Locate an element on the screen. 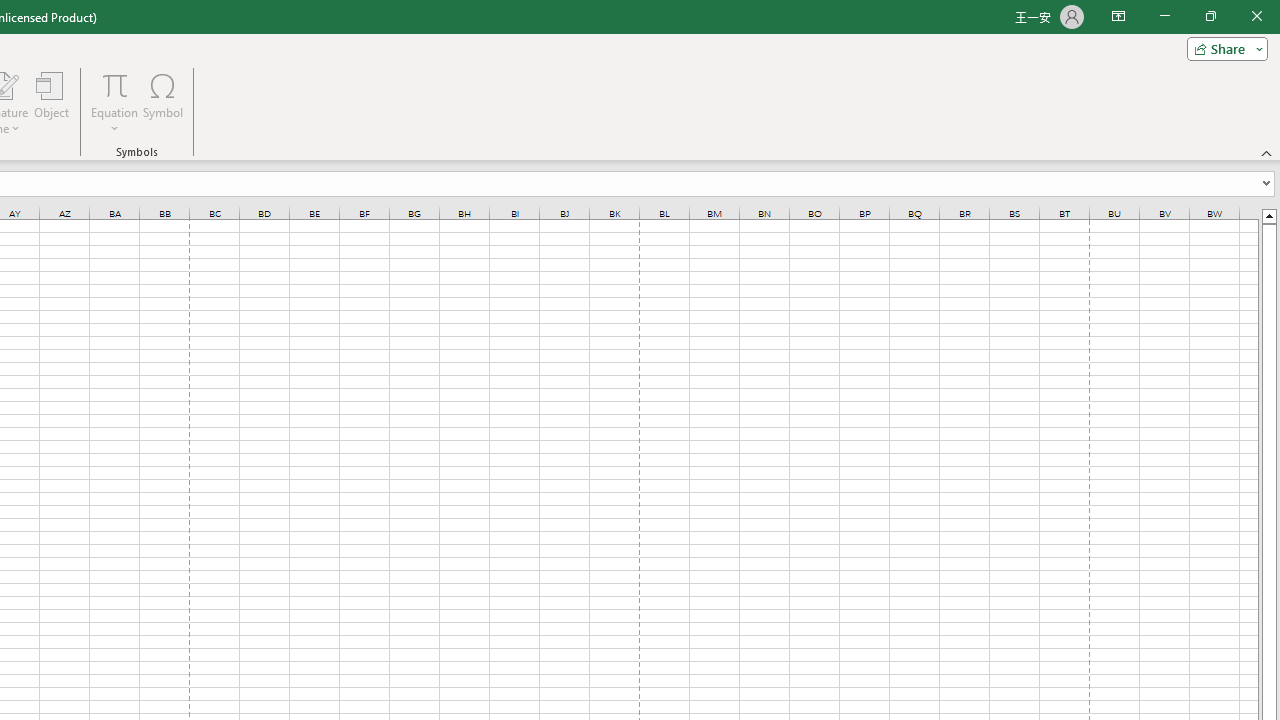 The height and width of the screenshot is (720, 1280). 'Share' is located at coordinates (1222, 47).